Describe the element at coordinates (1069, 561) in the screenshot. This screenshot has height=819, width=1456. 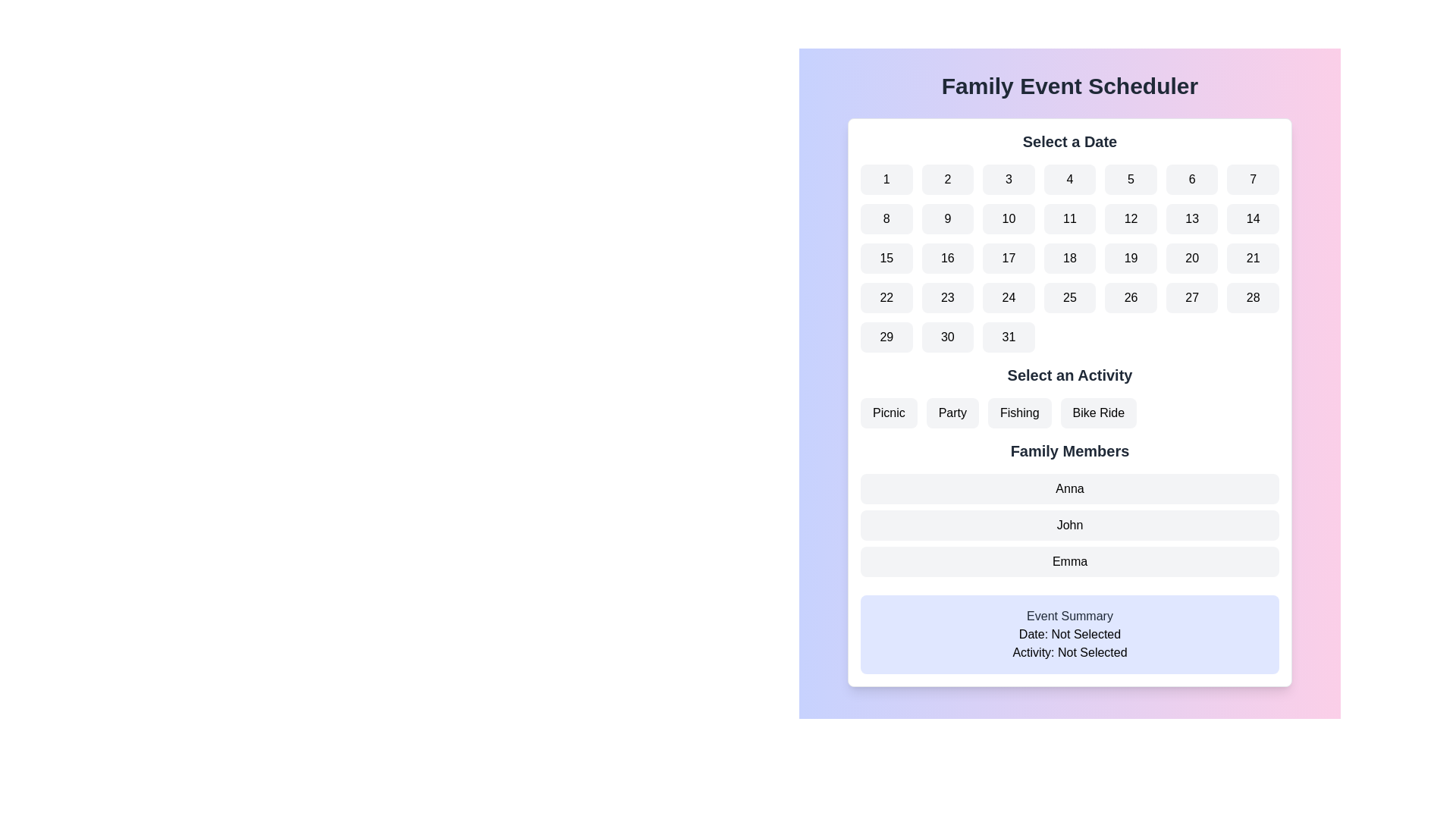
I see `the list item labeled 'Emma' in the 'Family Members' category` at that location.